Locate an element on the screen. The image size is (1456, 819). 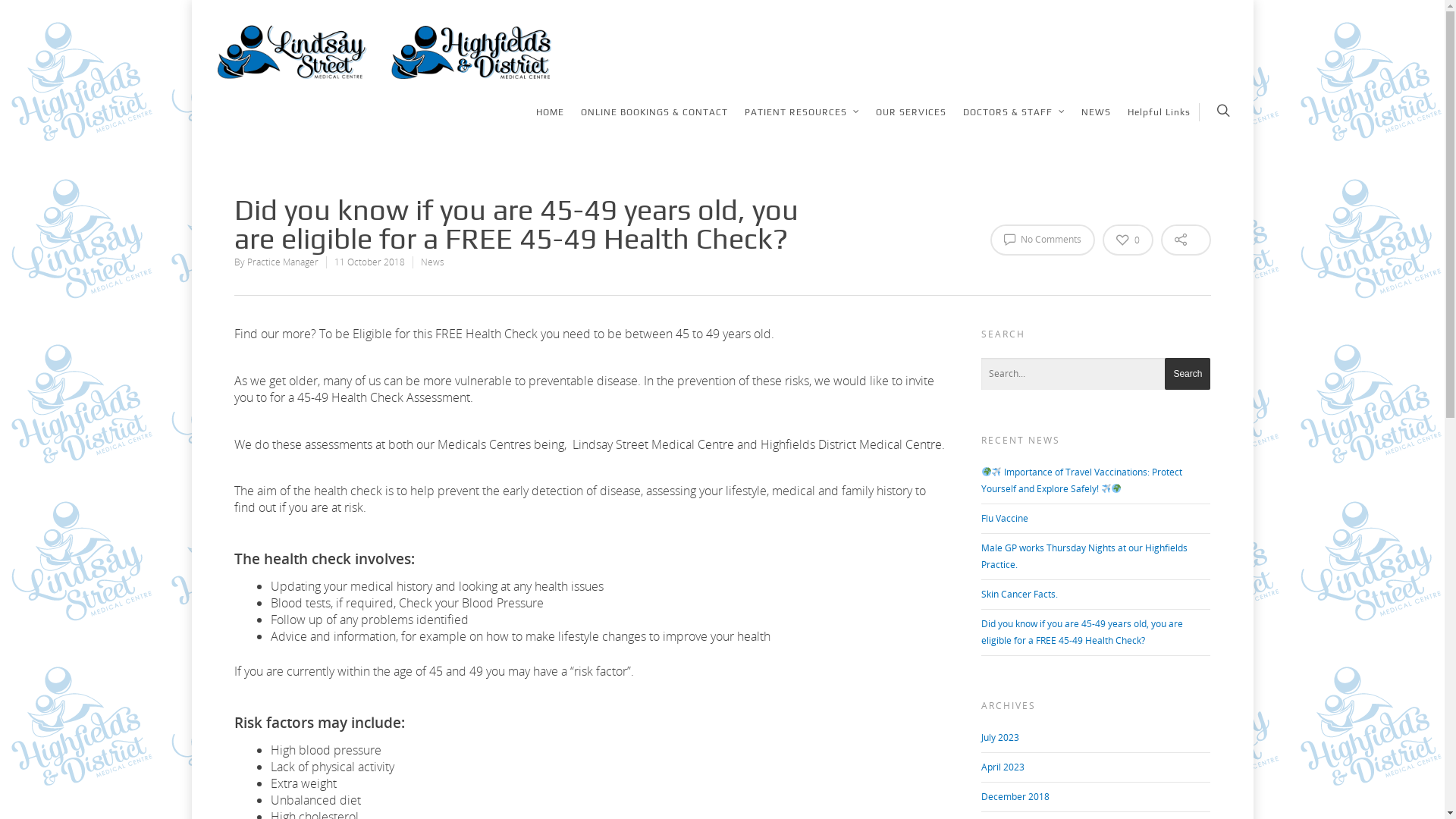
'Practice Manager' is located at coordinates (283, 261).